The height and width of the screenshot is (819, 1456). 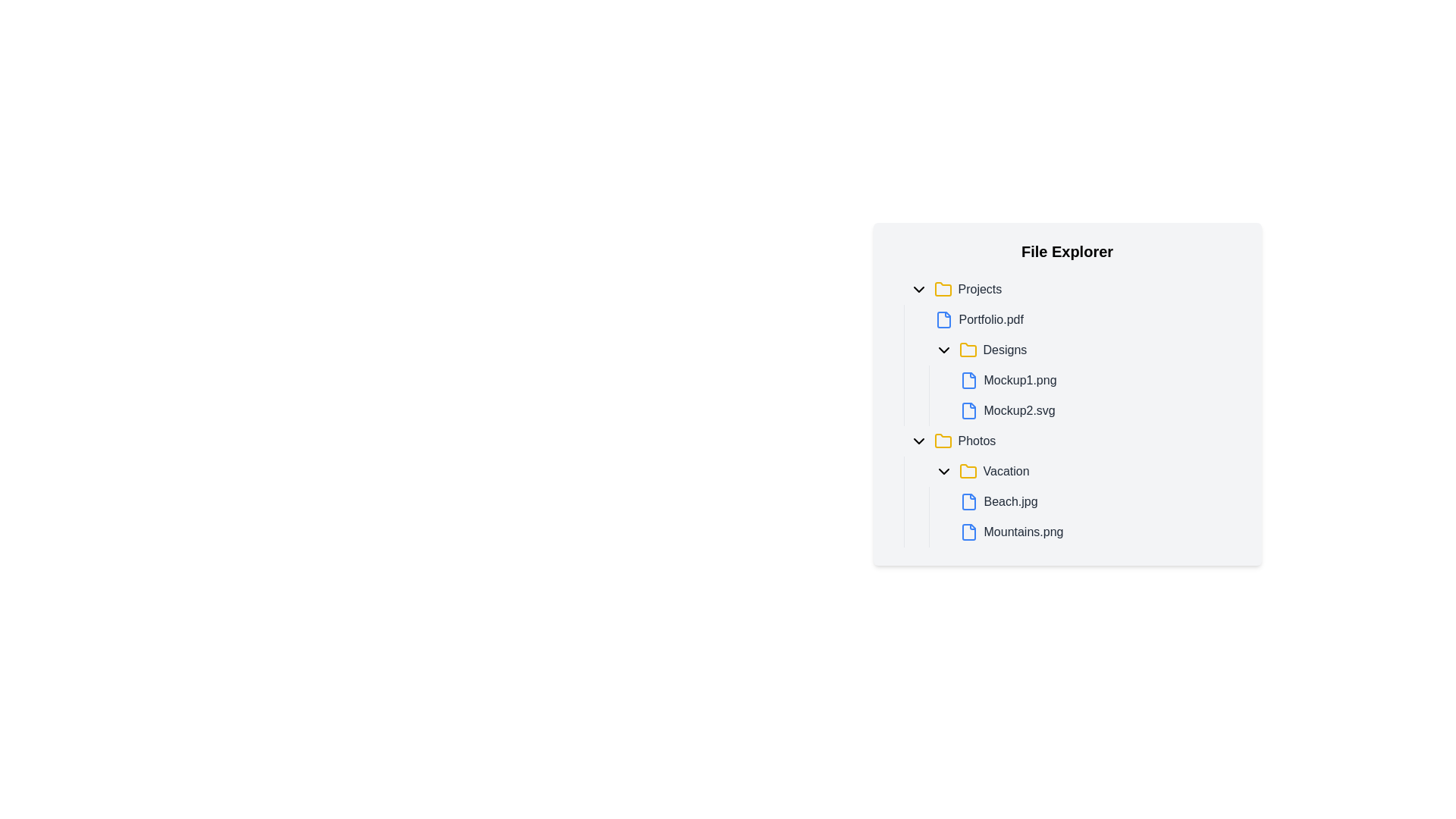 I want to click on the text label displaying the file name 'Mockup1.png', so click(x=1020, y=379).